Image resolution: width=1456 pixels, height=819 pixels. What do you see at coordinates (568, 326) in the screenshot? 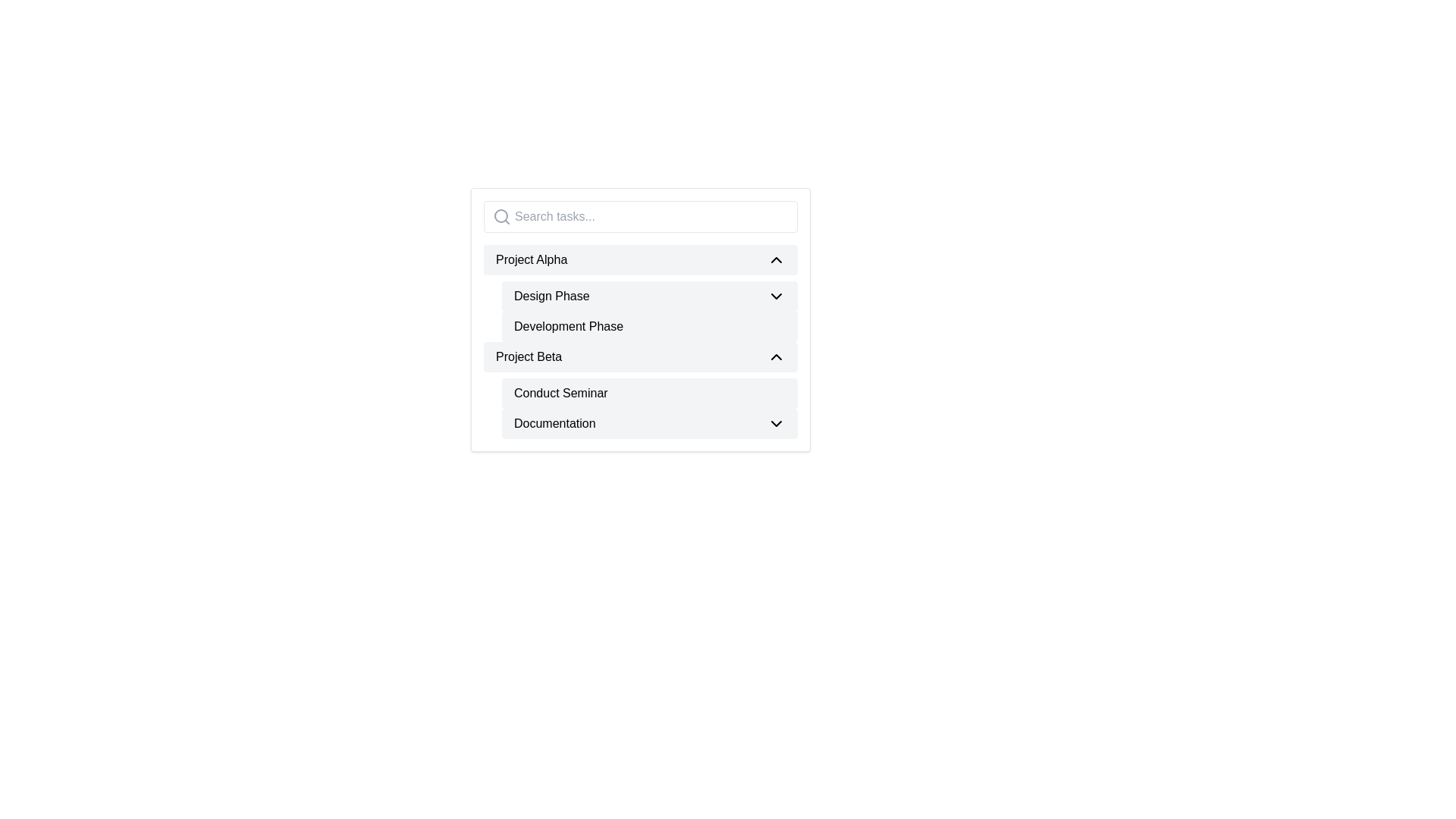
I see `the static text label that serves as the title for the second phase under 'Design Phase' in the 'Project Alpha' outline` at bounding box center [568, 326].